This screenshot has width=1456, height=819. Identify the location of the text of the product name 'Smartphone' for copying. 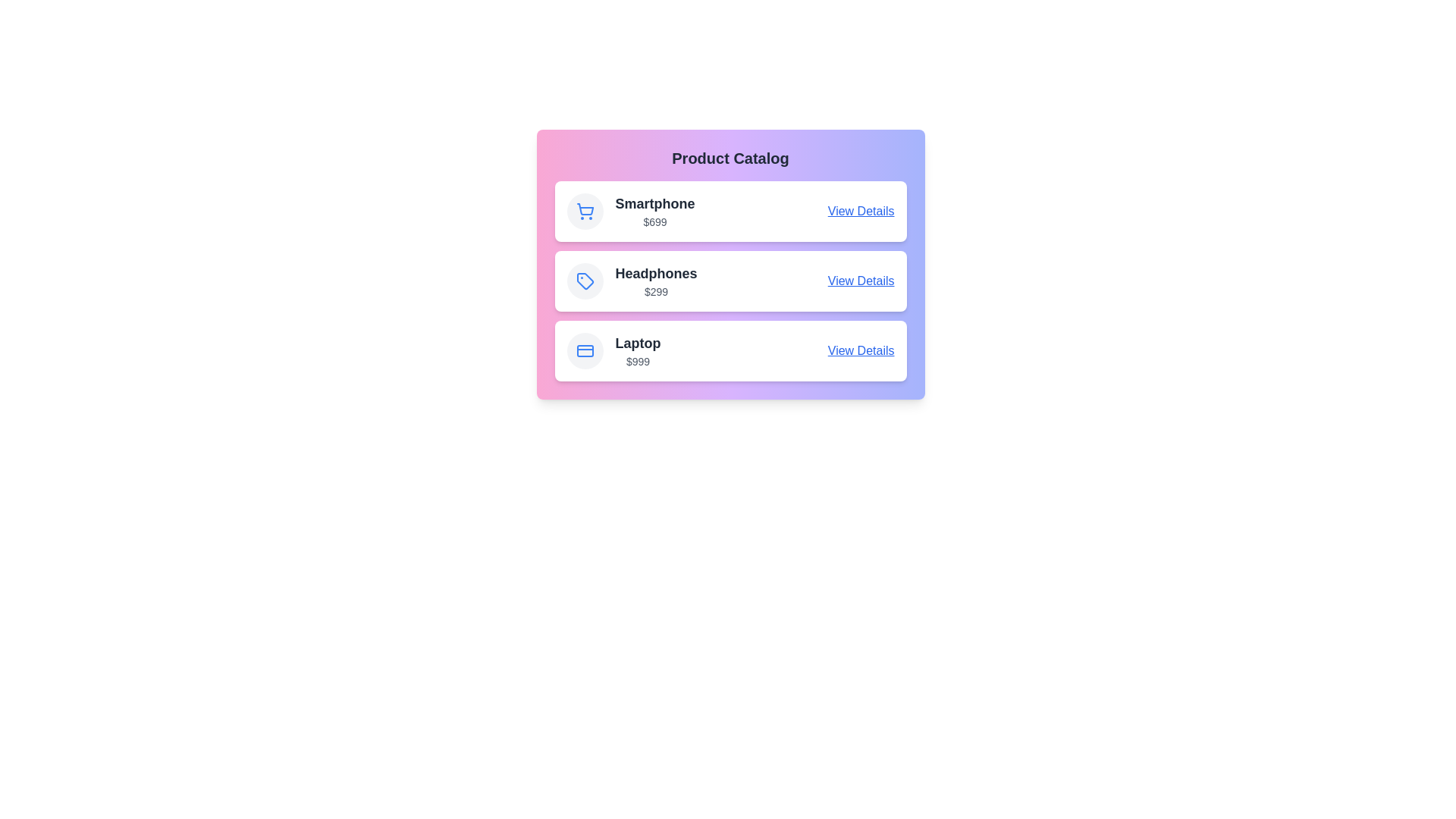
(655, 203).